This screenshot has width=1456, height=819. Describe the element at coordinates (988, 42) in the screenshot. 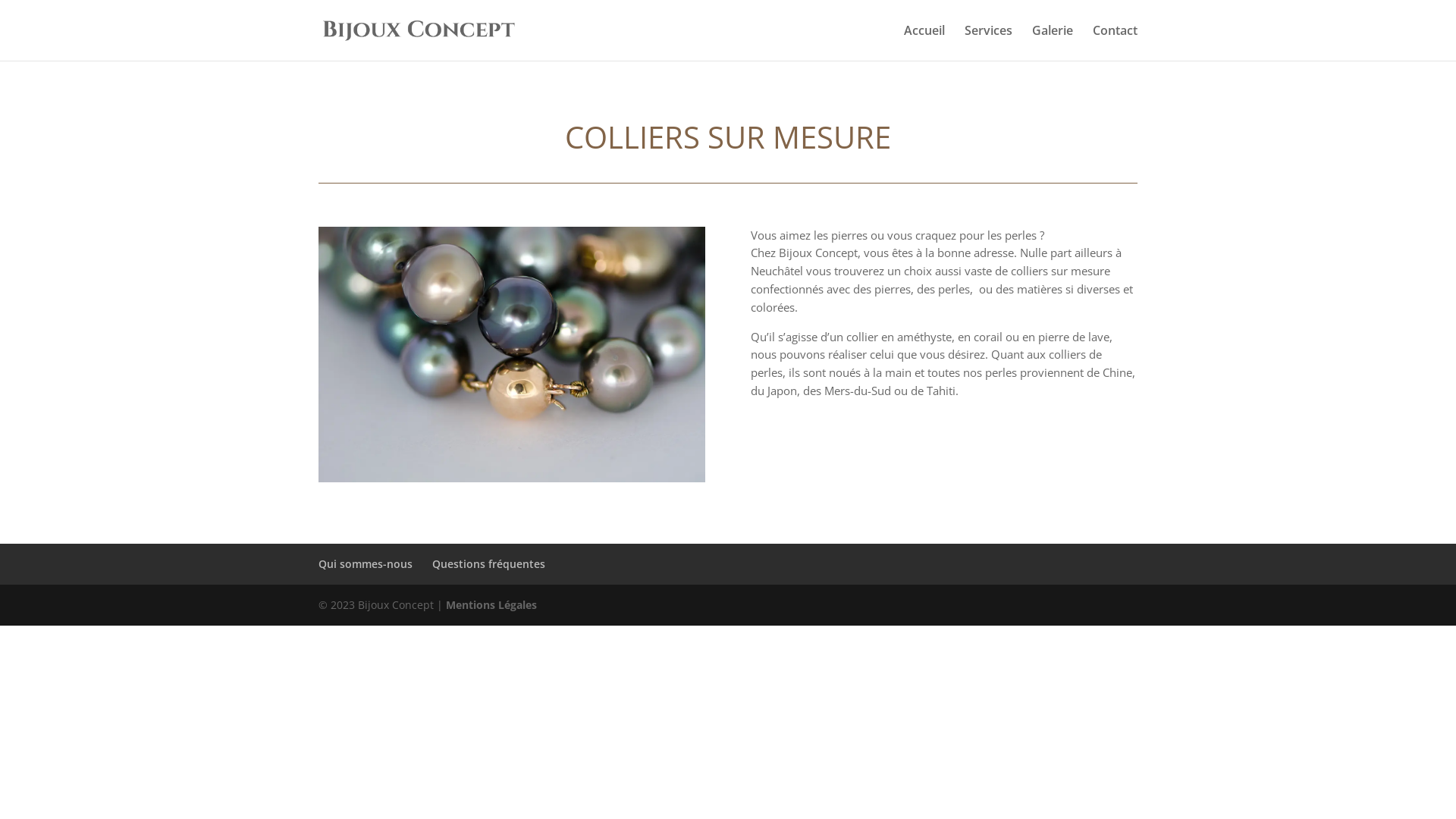

I see `'Services'` at that location.